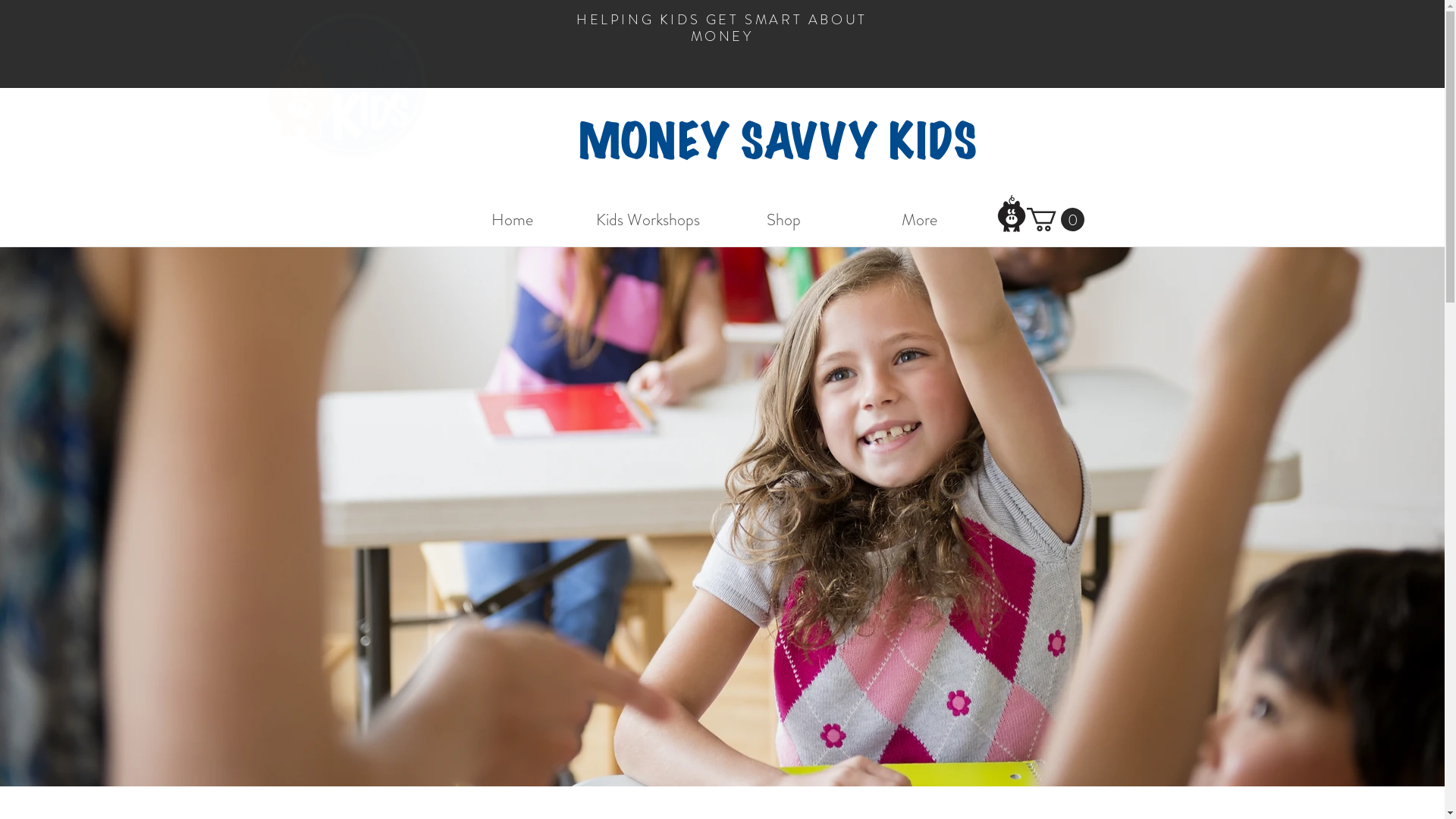 The image size is (1456, 819). What do you see at coordinates (777, 143) in the screenshot?
I see `'MONEY SAVVY KIDS'` at bounding box center [777, 143].